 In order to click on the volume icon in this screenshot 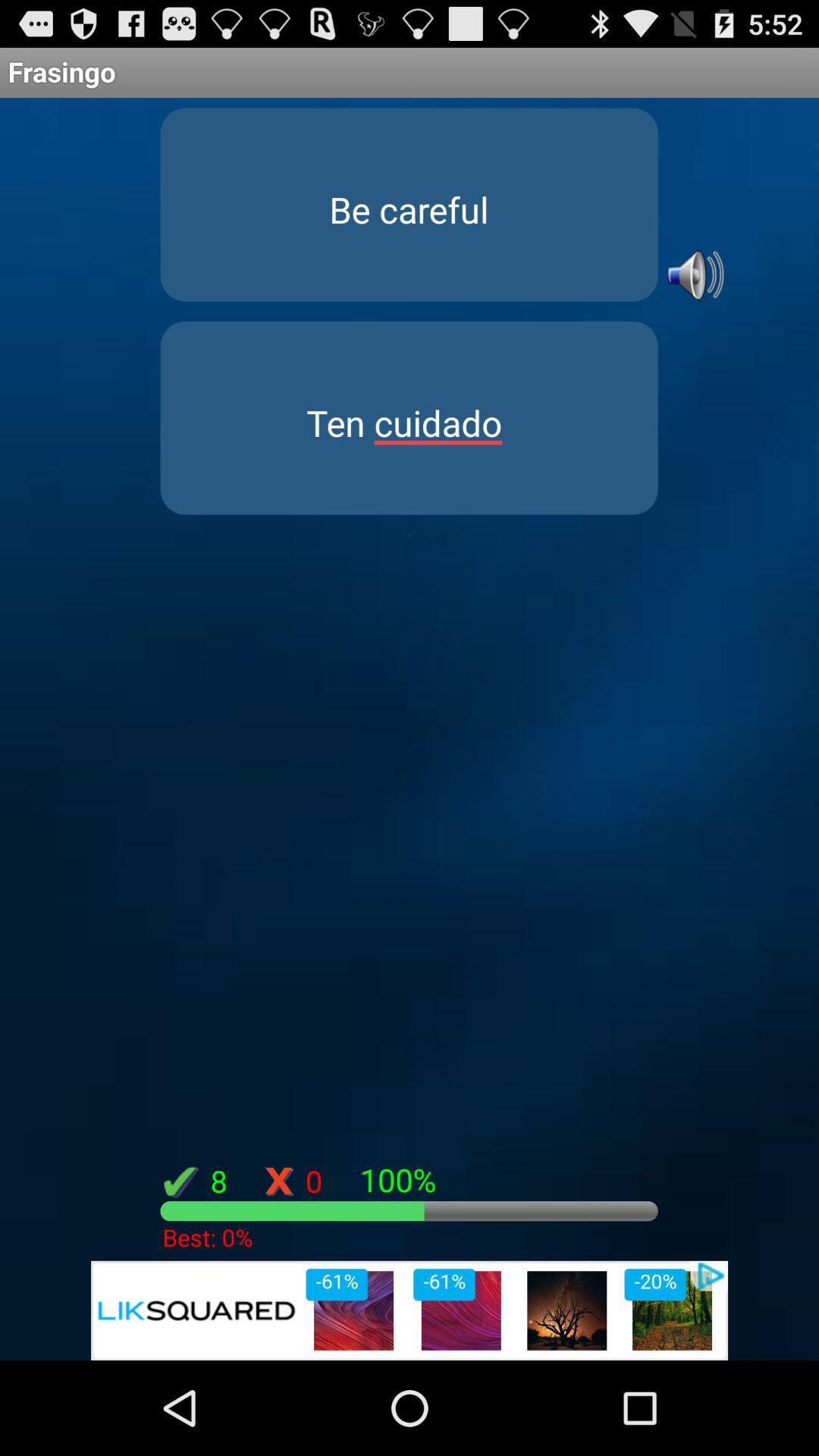, I will do `click(693, 295)`.